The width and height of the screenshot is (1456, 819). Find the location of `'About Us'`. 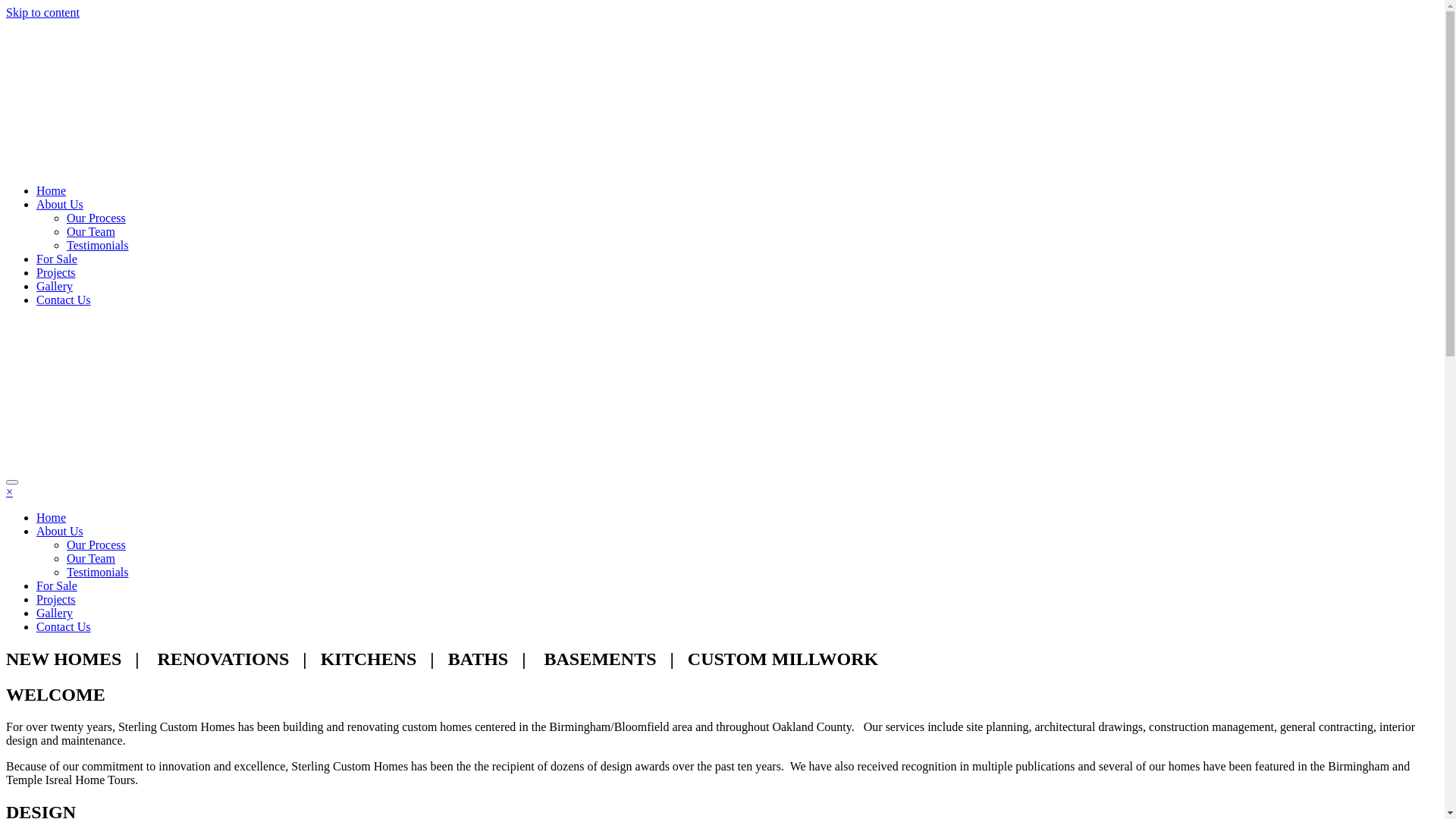

'About Us' is located at coordinates (59, 203).